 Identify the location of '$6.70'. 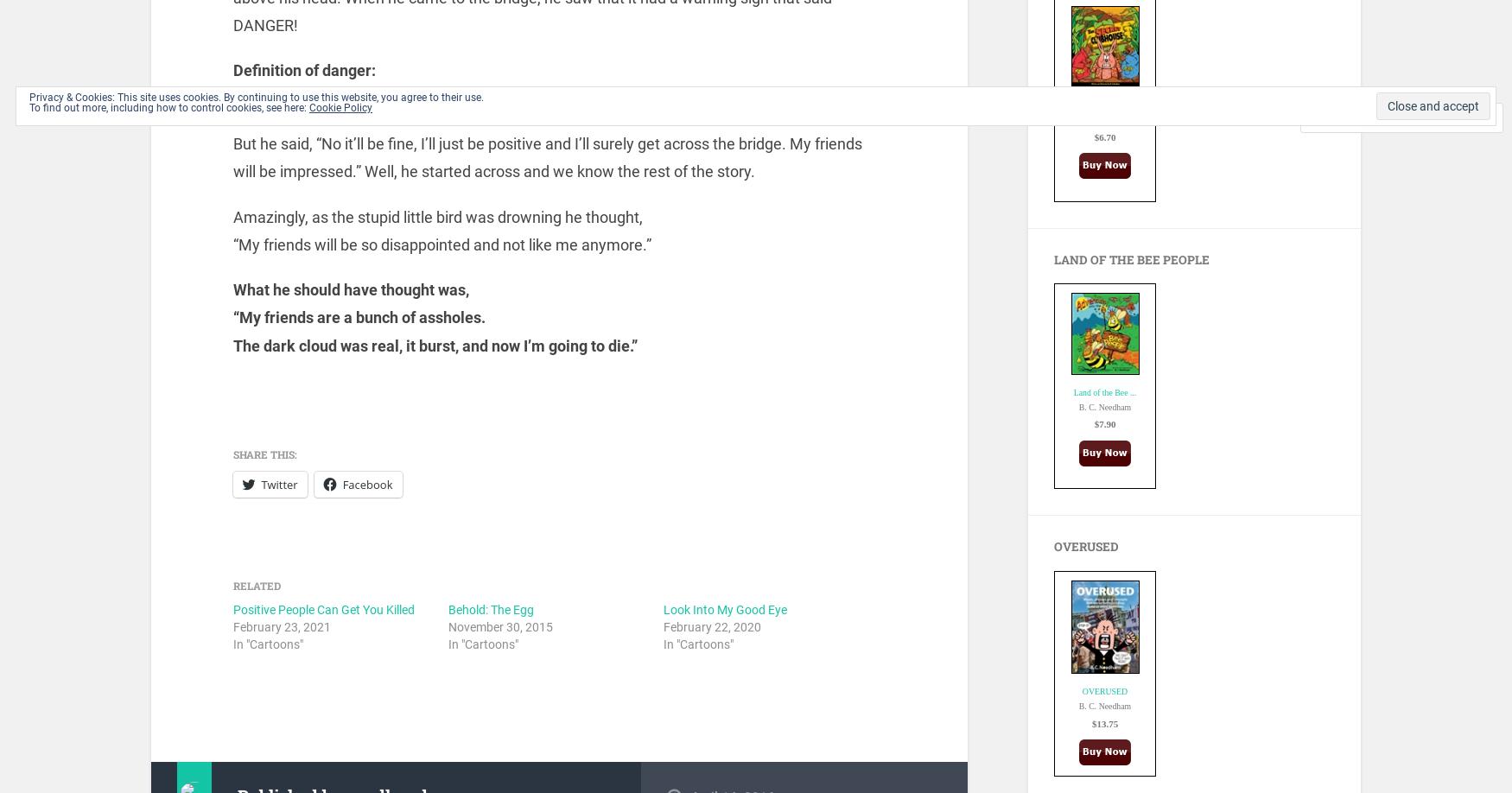
(1103, 136).